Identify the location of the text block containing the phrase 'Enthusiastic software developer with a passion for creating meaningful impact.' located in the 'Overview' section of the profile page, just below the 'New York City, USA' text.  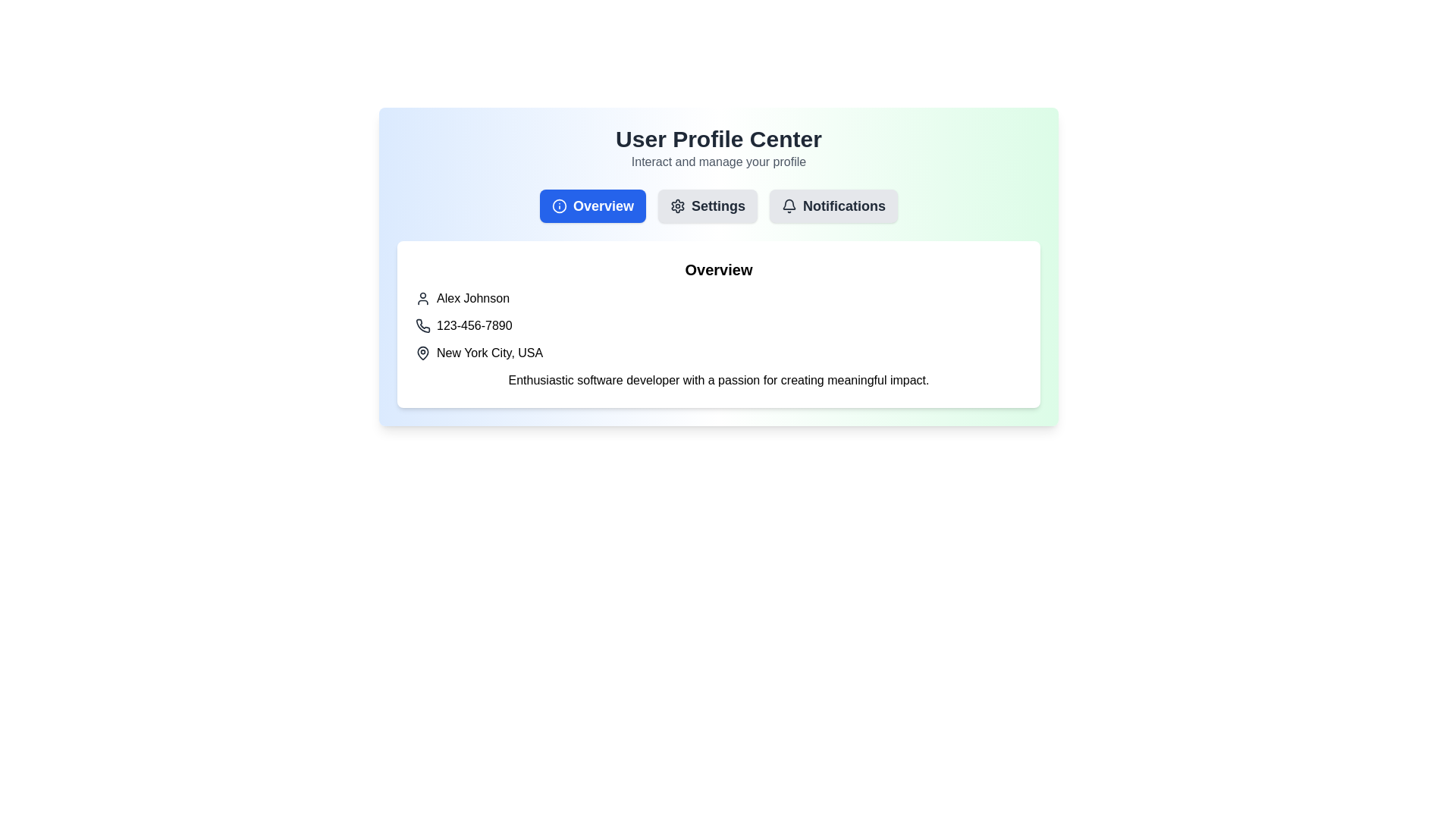
(718, 379).